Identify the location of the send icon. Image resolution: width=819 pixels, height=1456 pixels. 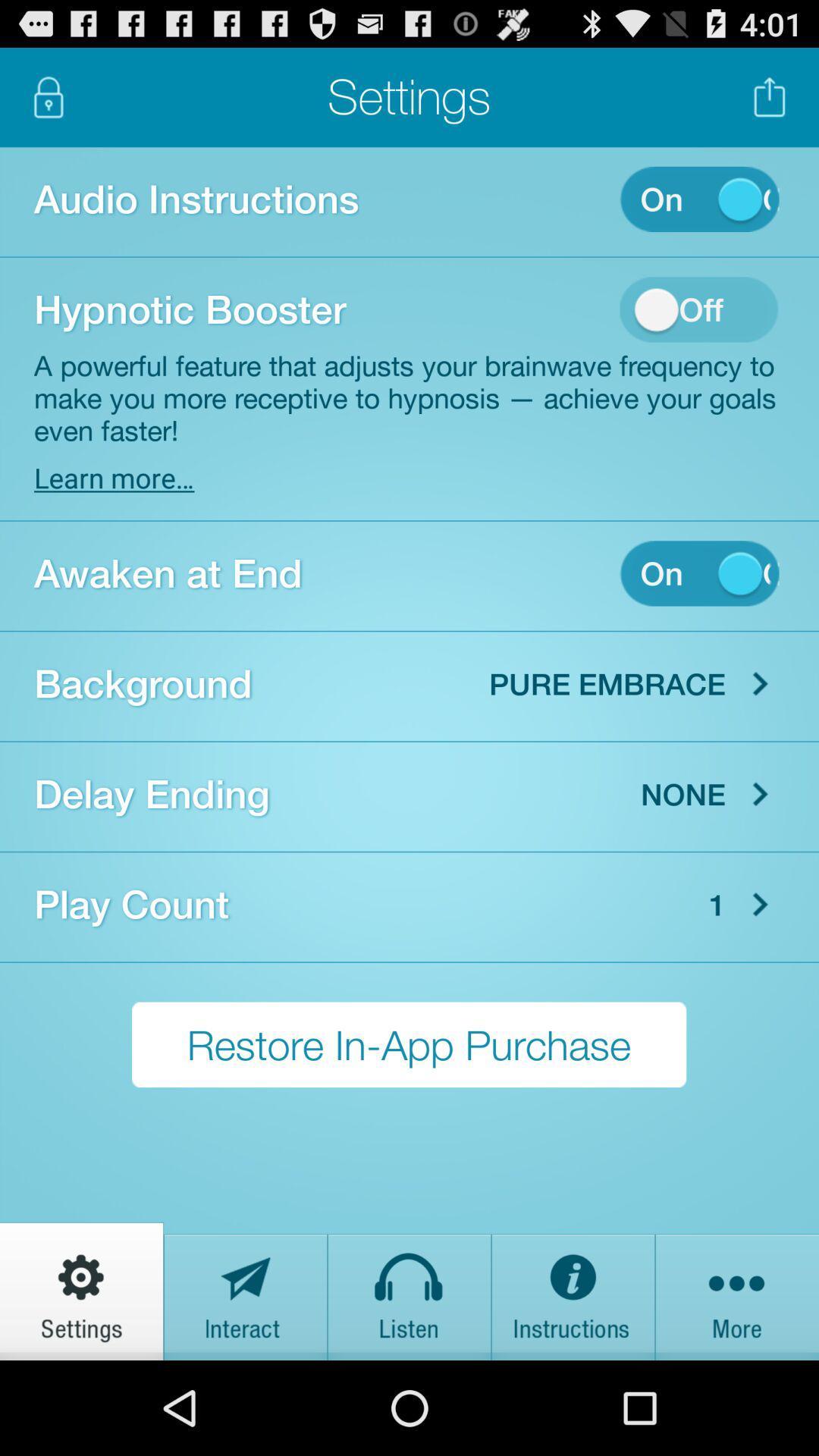
(245, 1381).